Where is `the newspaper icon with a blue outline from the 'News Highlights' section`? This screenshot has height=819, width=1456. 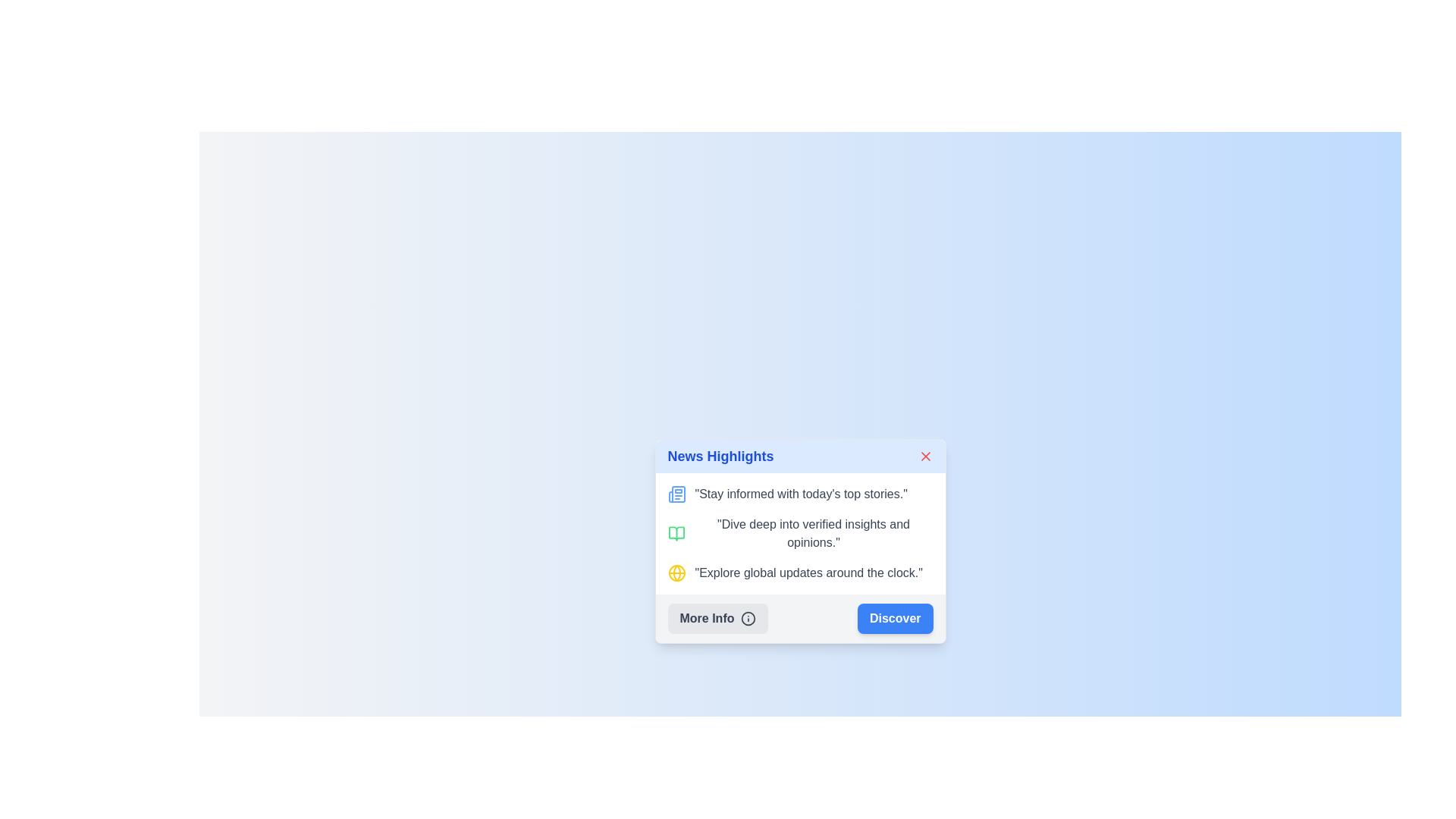 the newspaper icon with a blue outline from the 'News Highlights' section is located at coordinates (676, 494).